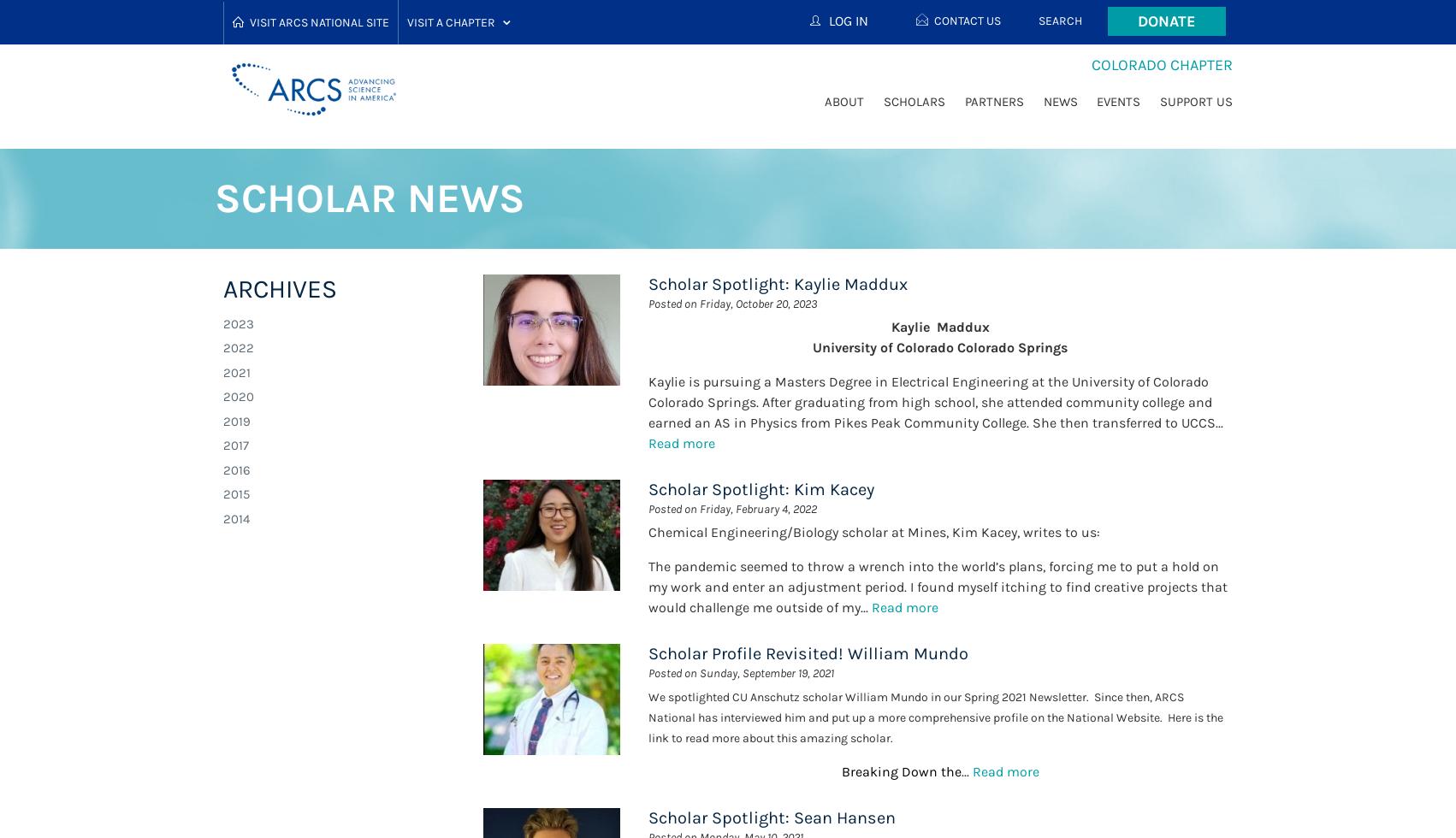  Describe the element at coordinates (1117, 101) in the screenshot. I see `'Events'` at that location.